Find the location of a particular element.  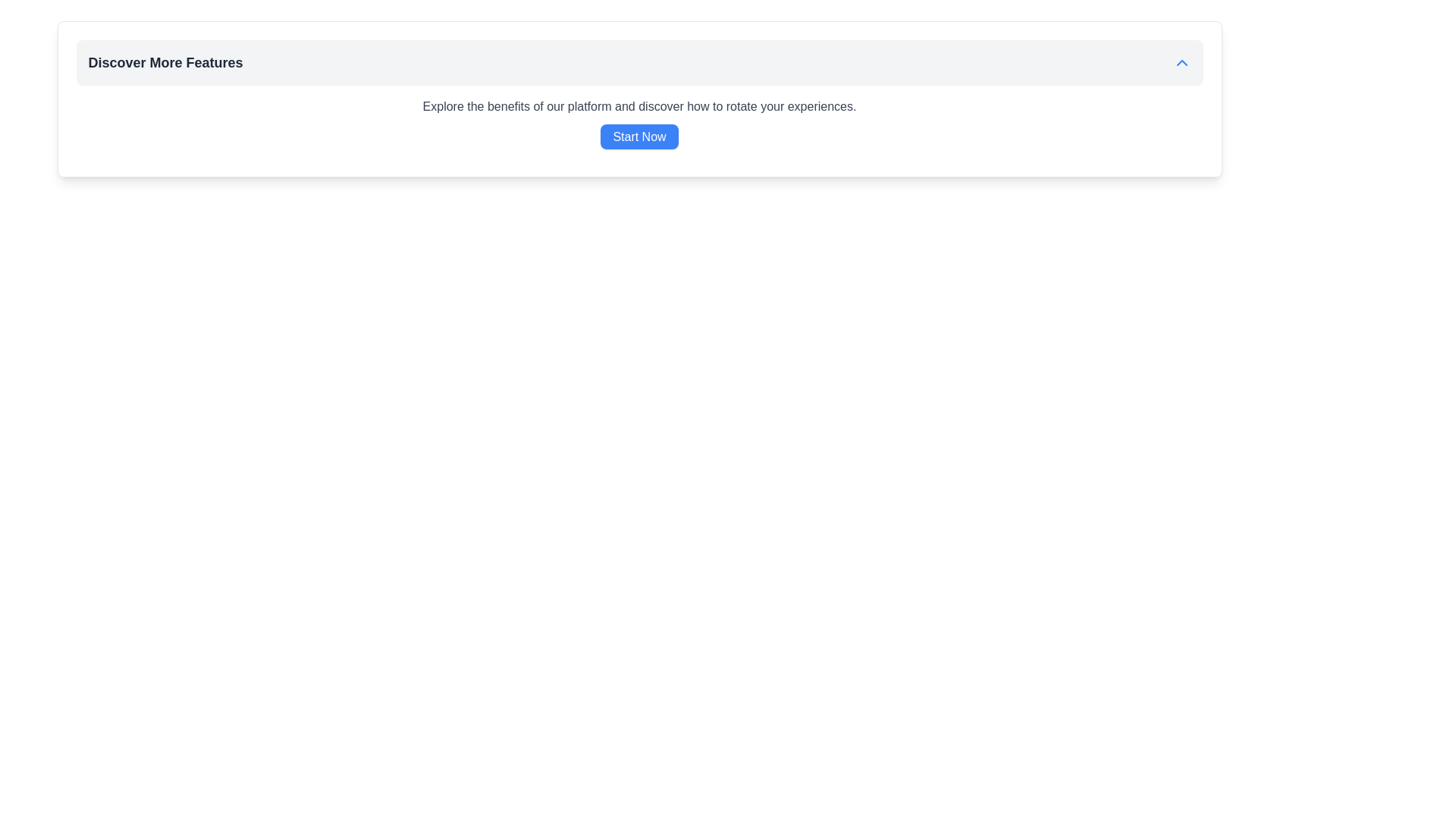

the static text element that reads 'Explore the benefits of our platform and discover how to rotate your experiences.', which is styled in gray and located above the blue 'Start Now' button is located at coordinates (639, 106).